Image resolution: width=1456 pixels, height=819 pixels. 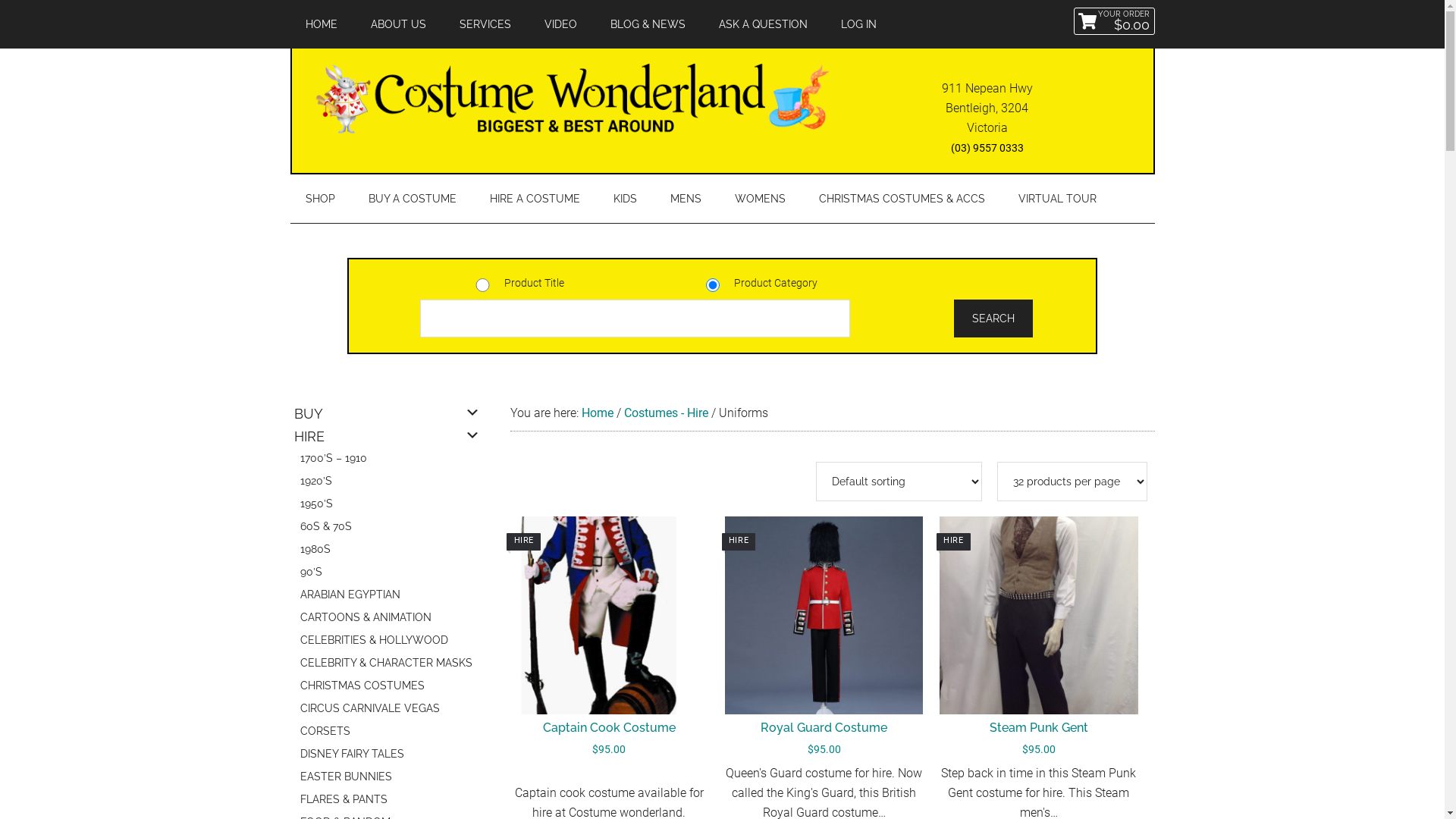 What do you see at coordinates (386, 755) in the screenshot?
I see `'DISNEY FAIRY TALES'` at bounding box center [386, 755].